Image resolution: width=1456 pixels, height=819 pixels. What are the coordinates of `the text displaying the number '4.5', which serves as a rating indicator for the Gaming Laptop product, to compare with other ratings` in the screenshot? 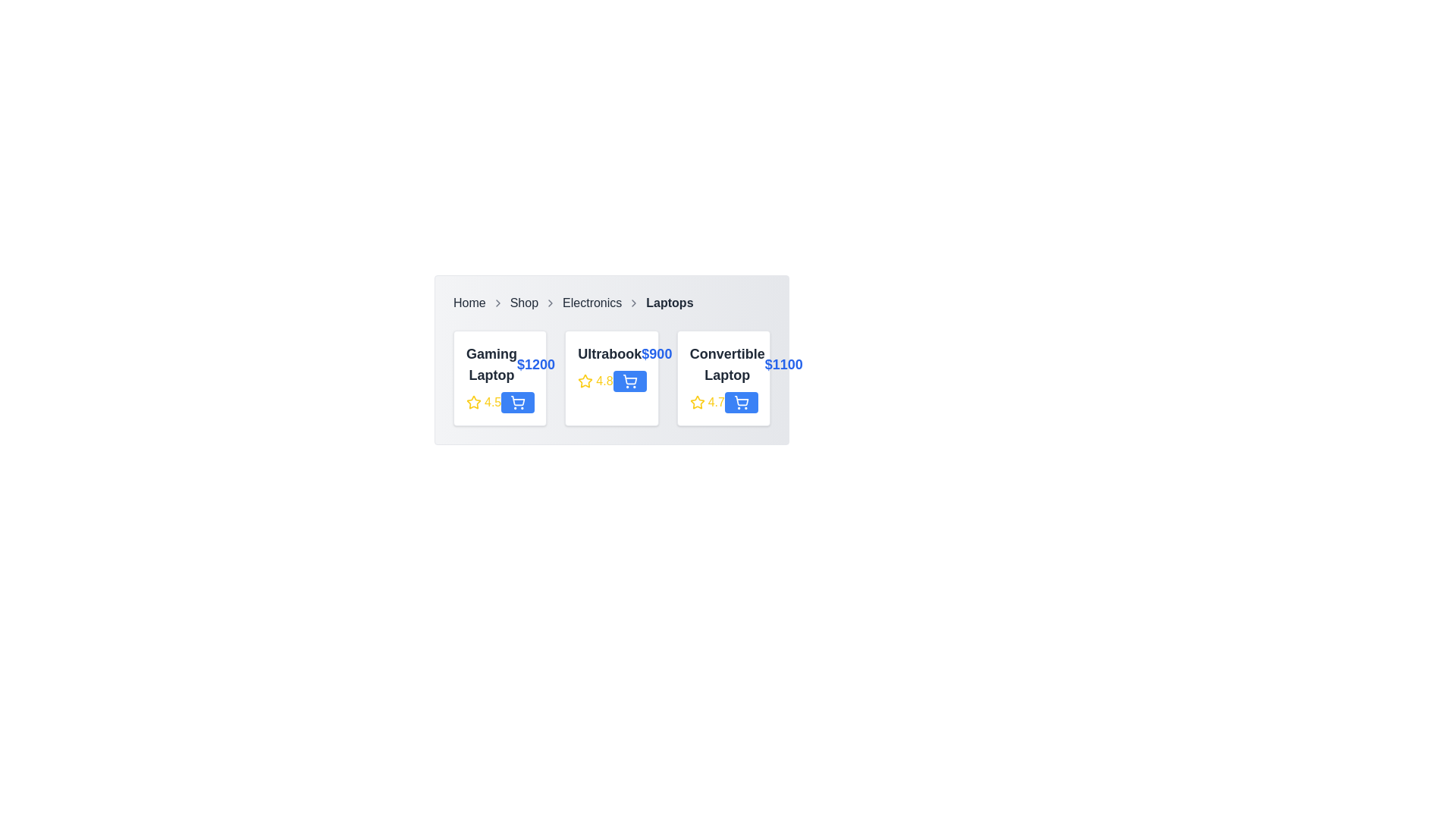 It's located at (493, 402).